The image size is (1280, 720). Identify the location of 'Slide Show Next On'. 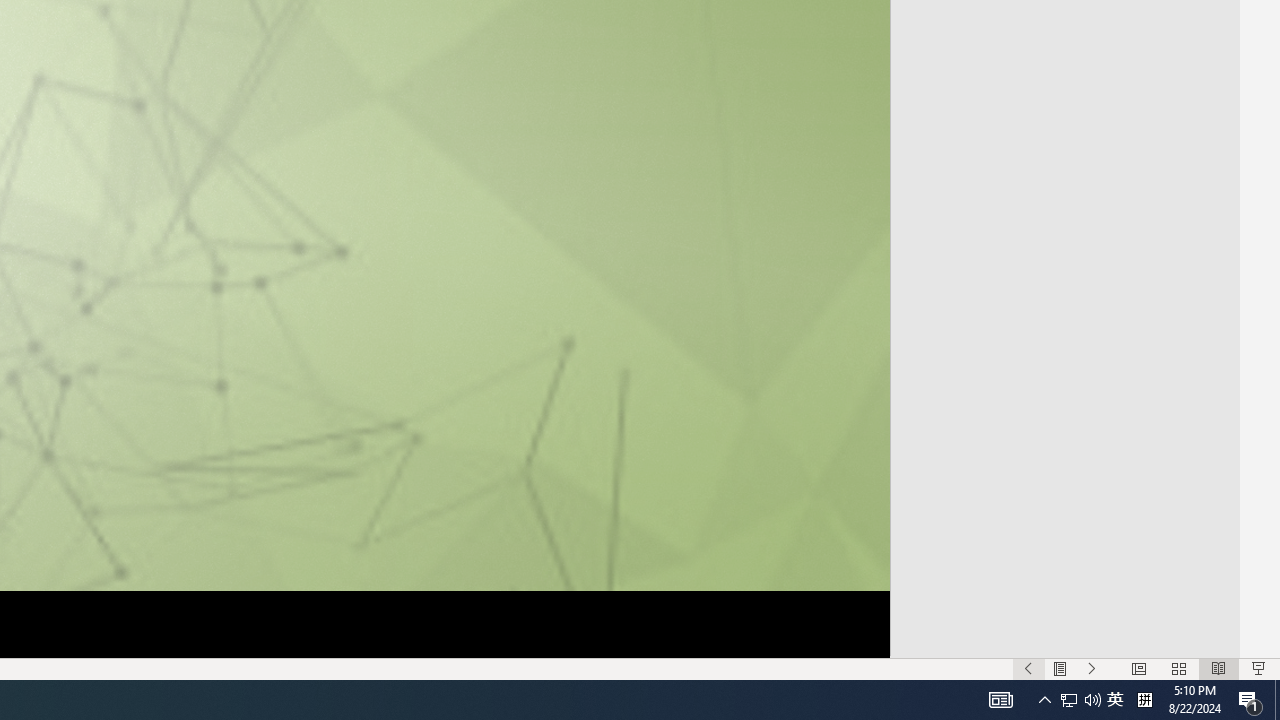
(1091, 669).